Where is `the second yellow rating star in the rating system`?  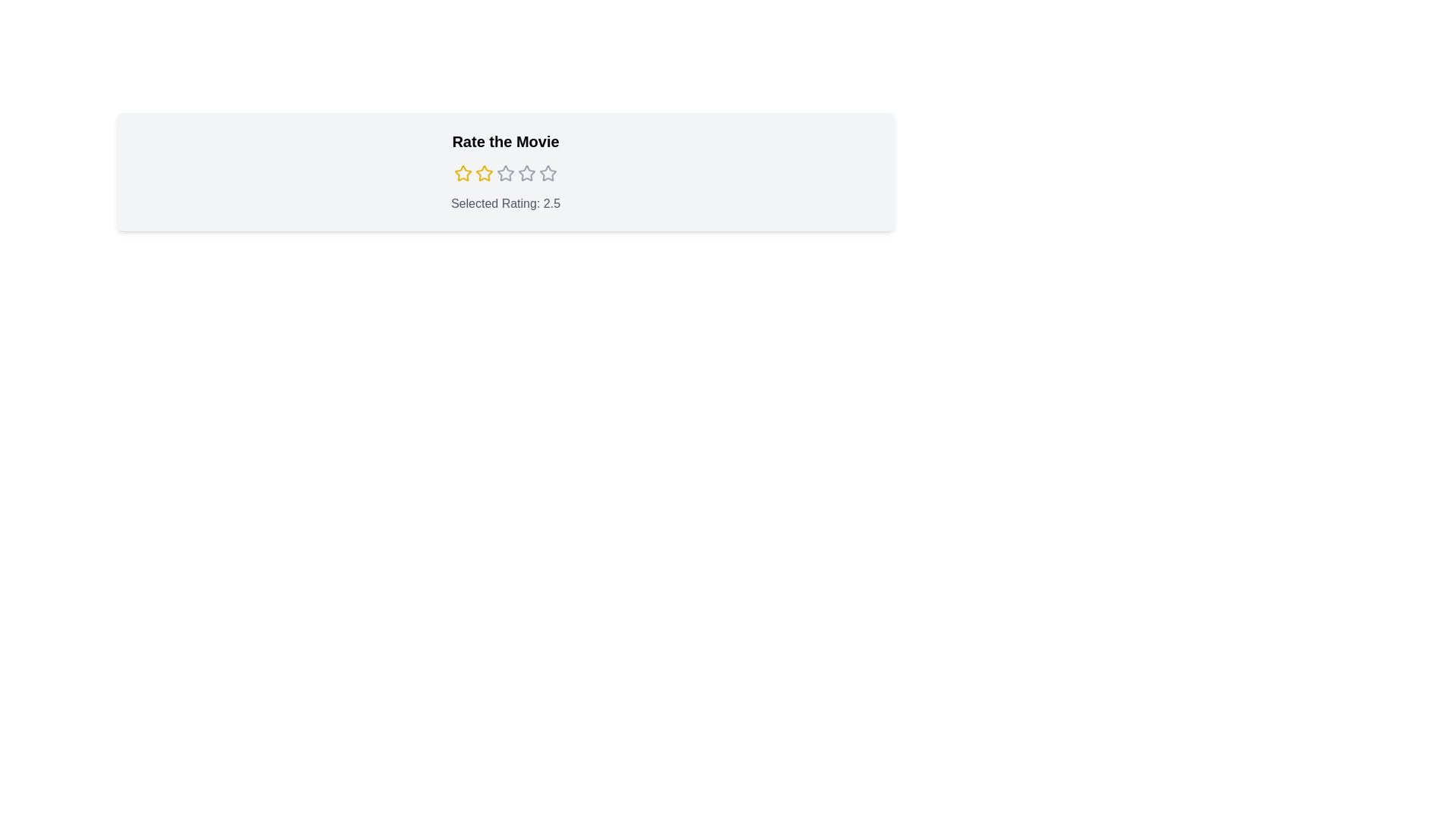
the second yellow rating star in the rating system is located at coordinates (483, 172).